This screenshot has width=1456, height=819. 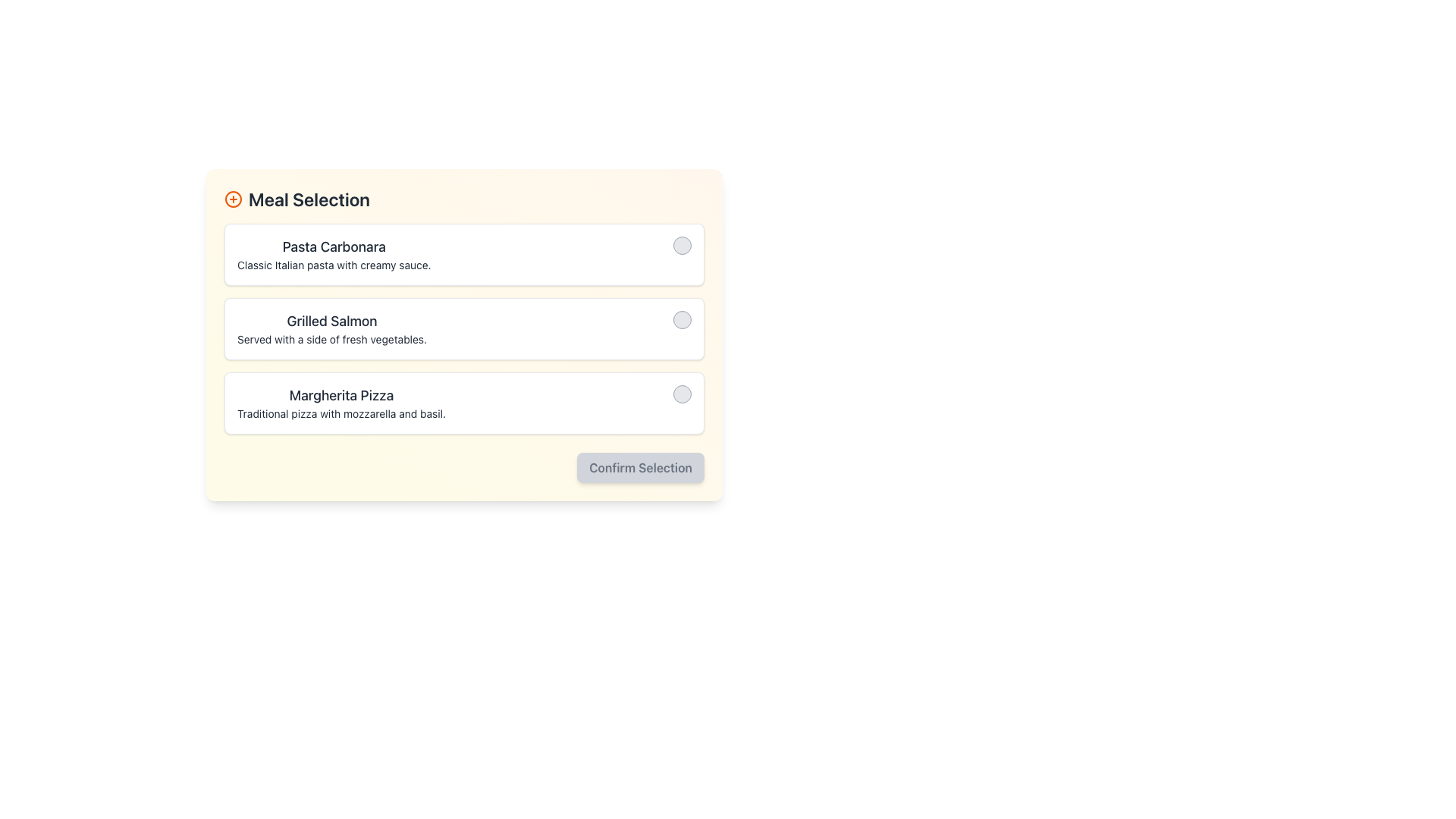 What do you see at coordinates (232, 198) in the screenshot?
I see `the actionable icon located on the far left within the 'Meal Selection' header, preceding the text 'Meal Selection'` at bounding box center [232, 198].